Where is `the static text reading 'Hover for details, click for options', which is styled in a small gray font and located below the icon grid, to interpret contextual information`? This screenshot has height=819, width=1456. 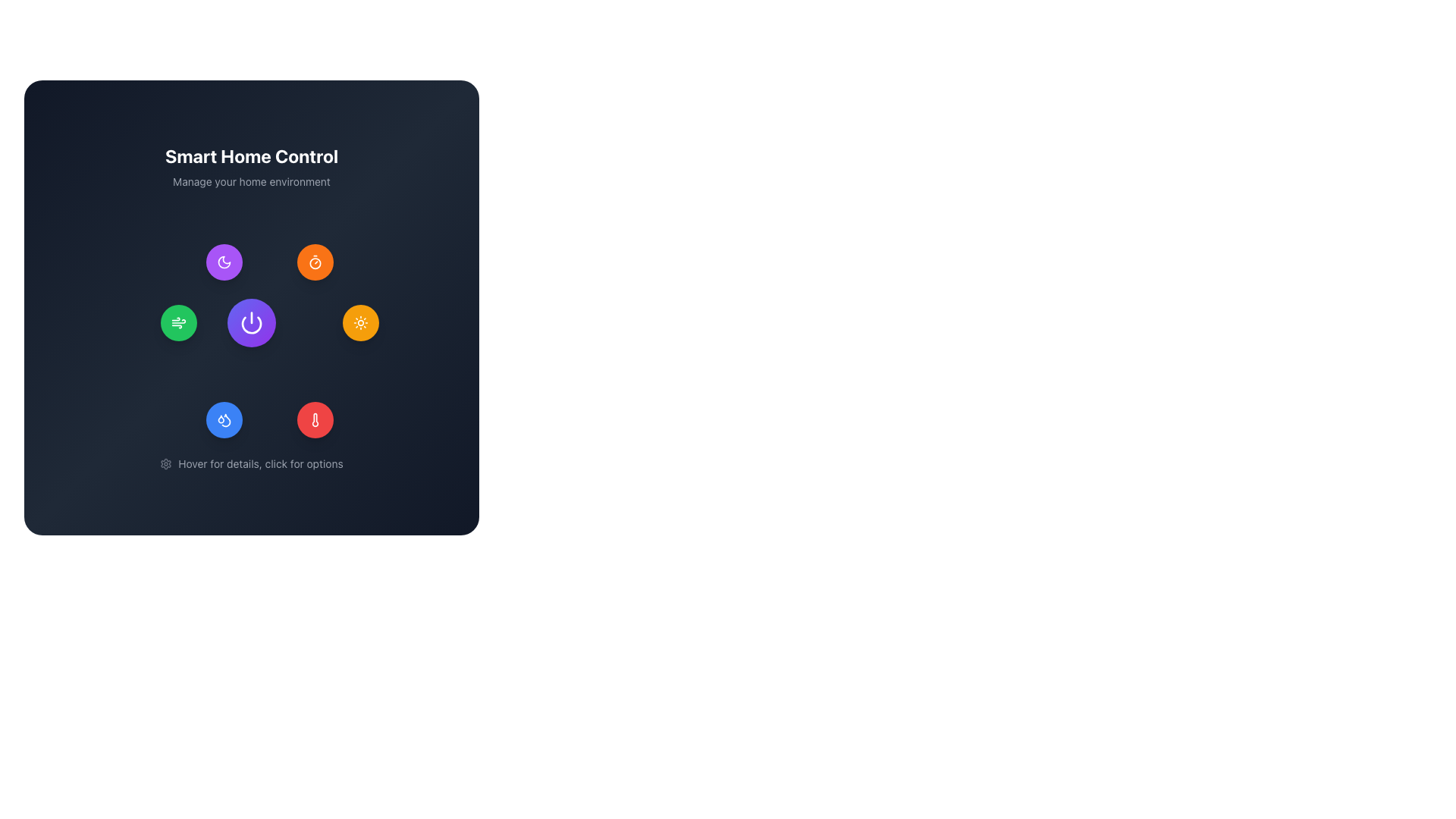 the static text reading 'Hover for details, click for options', which is styled in a small gray font and located below the icon grid, to interpret contextual information is located at coordinates (261, 463).